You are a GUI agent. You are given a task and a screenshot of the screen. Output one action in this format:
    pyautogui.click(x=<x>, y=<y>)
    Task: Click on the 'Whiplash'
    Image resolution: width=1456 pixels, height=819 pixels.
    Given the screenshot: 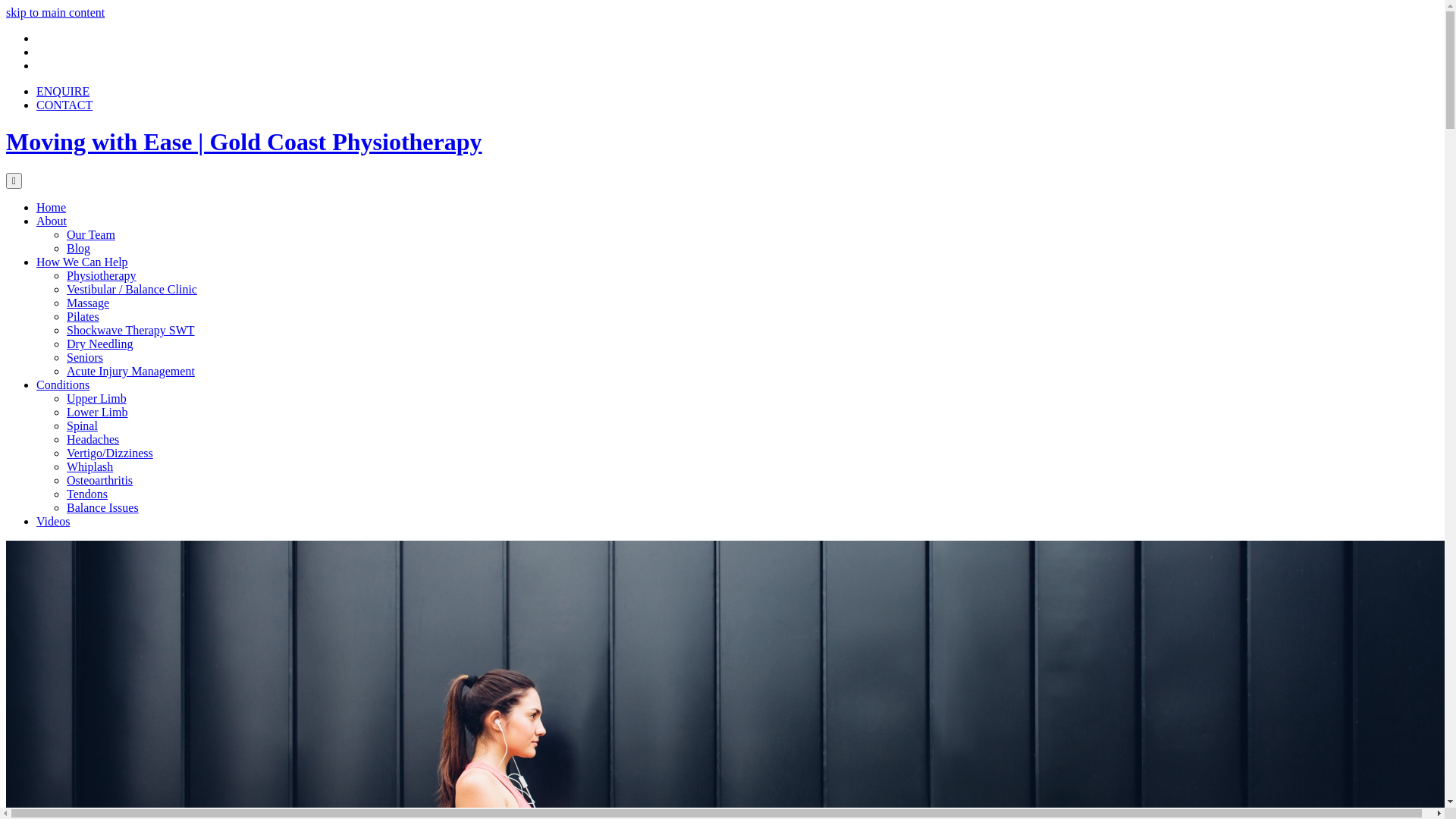 What is the action you would take?
    pyautogui.click(x=89, y=466)
    